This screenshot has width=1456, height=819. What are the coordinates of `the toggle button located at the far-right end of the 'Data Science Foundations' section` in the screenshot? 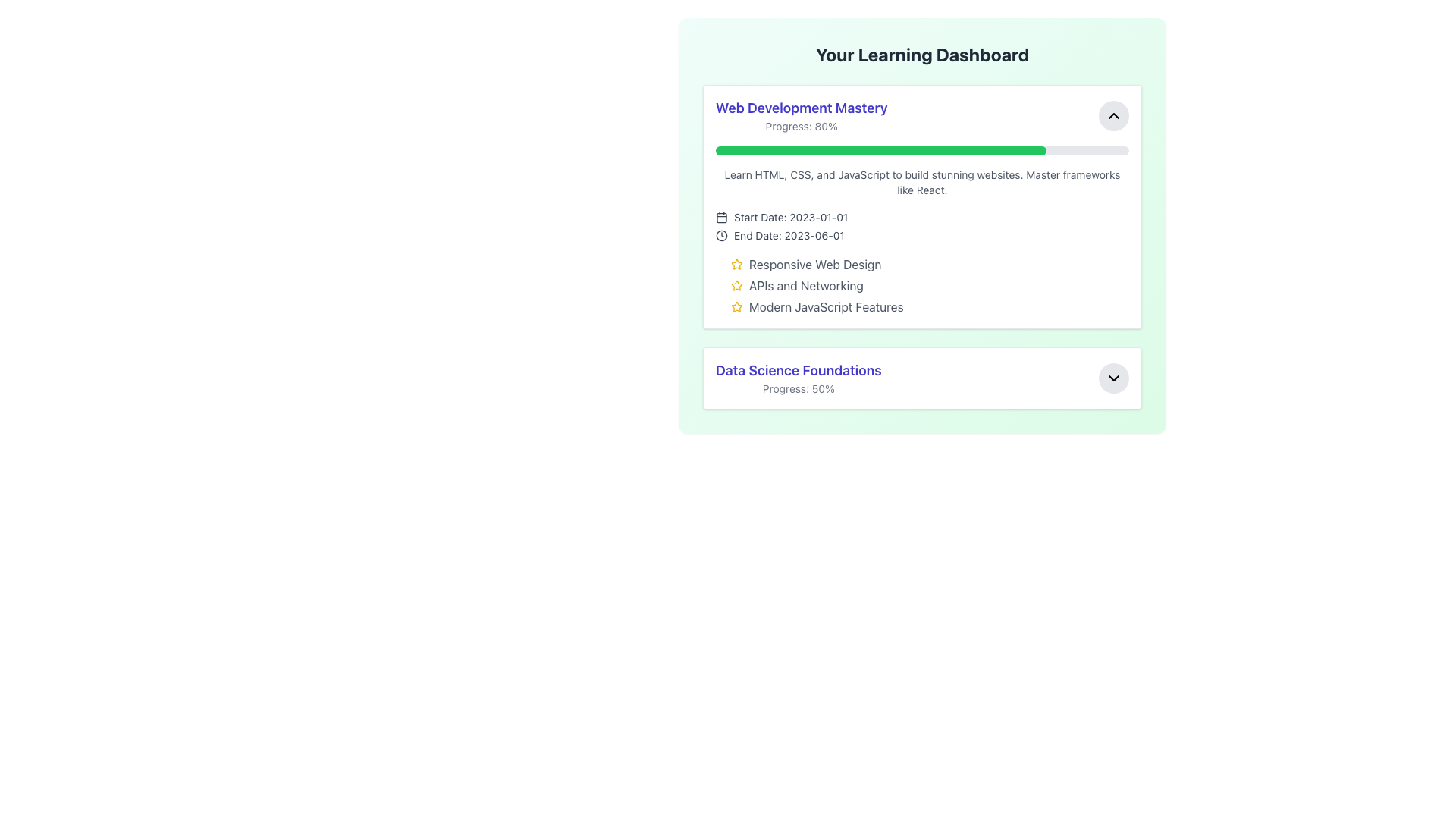 It's located at (1113, 377).